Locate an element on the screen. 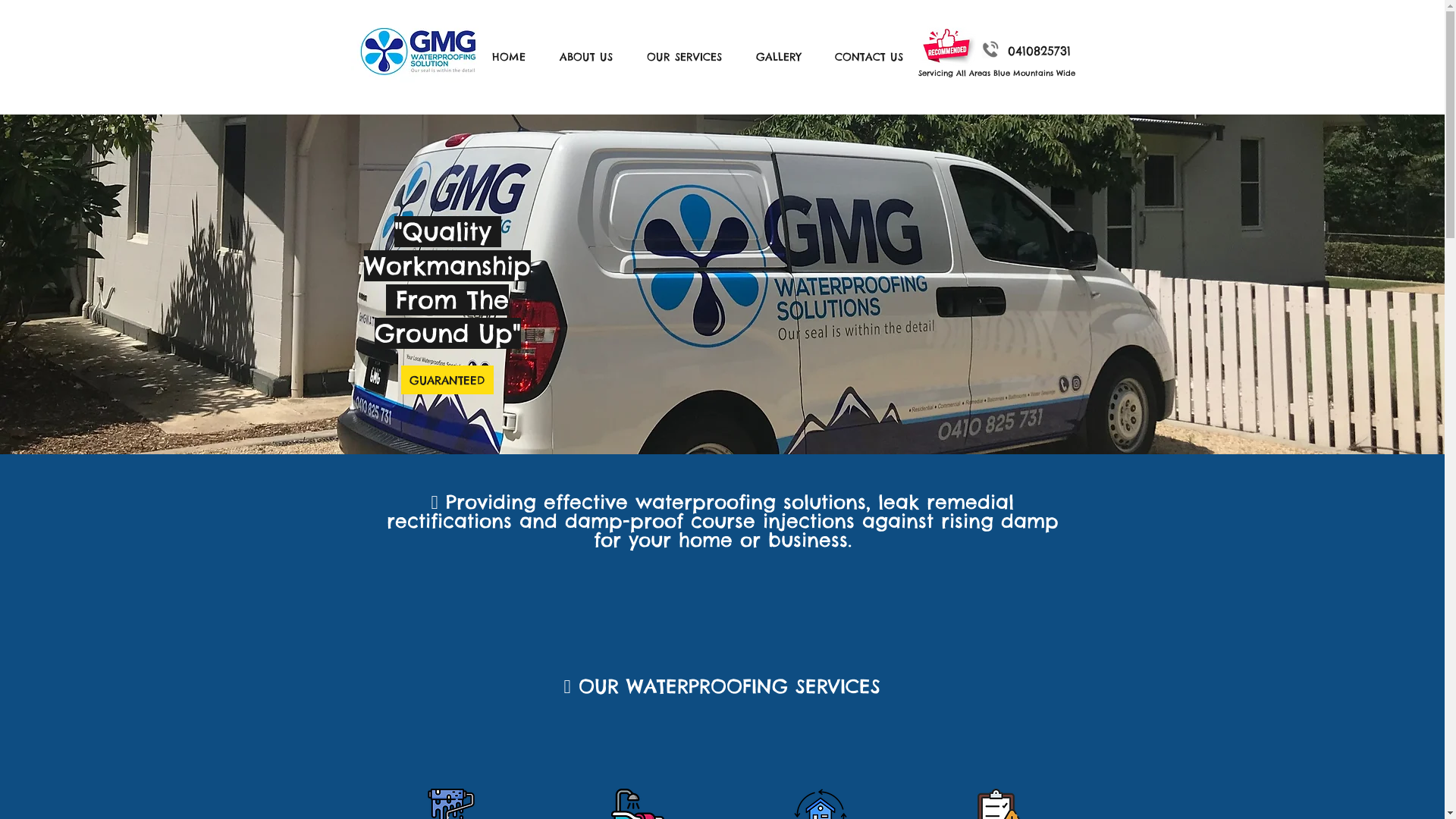 This screenshot has width=1456, height=819. 'GALLERY' is located at coordinates (783, 55).